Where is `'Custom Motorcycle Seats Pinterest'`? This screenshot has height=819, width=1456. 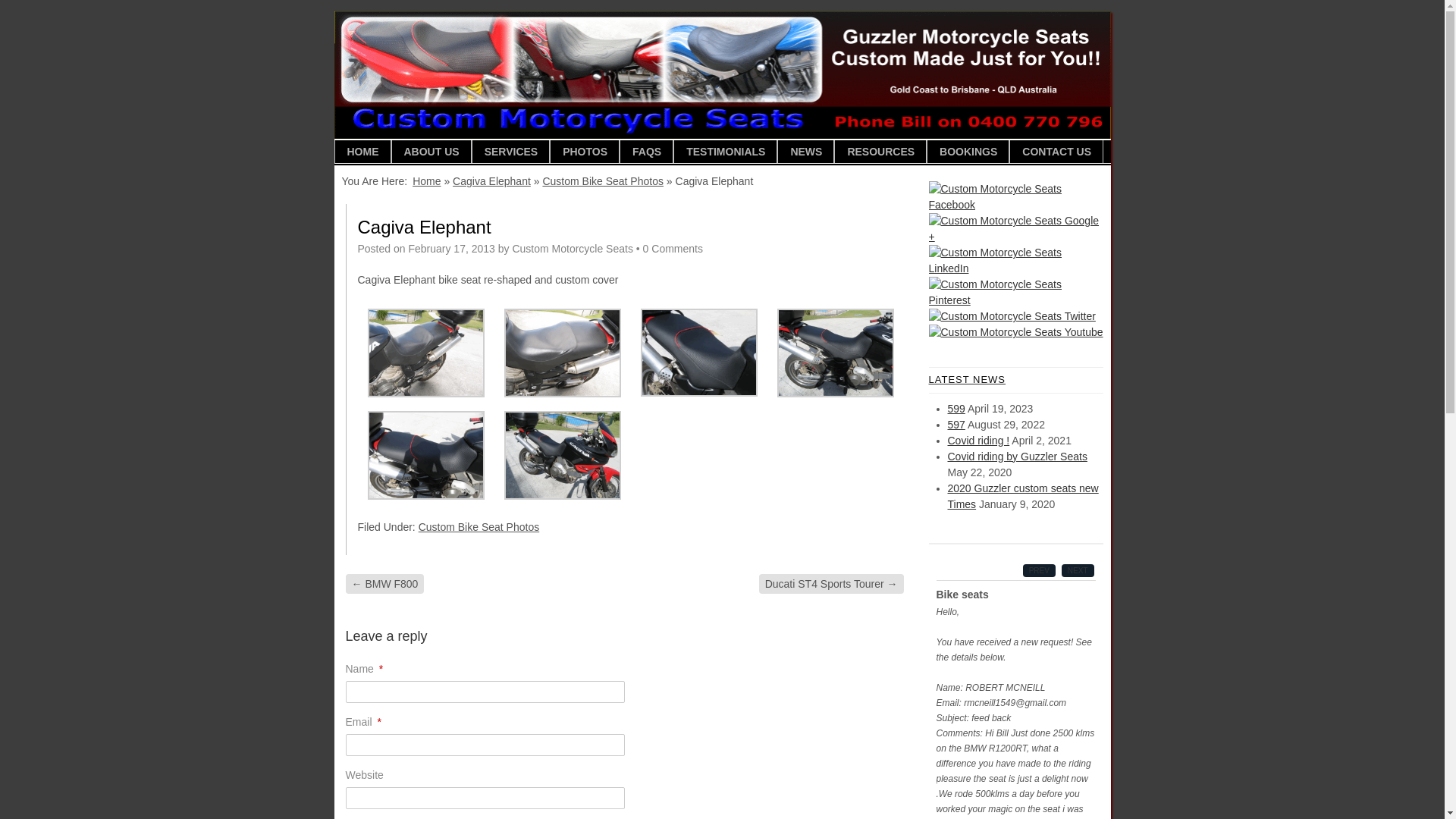
'Custom Motorcycle Seats Pinterest' is located at coordinates (927, 292).